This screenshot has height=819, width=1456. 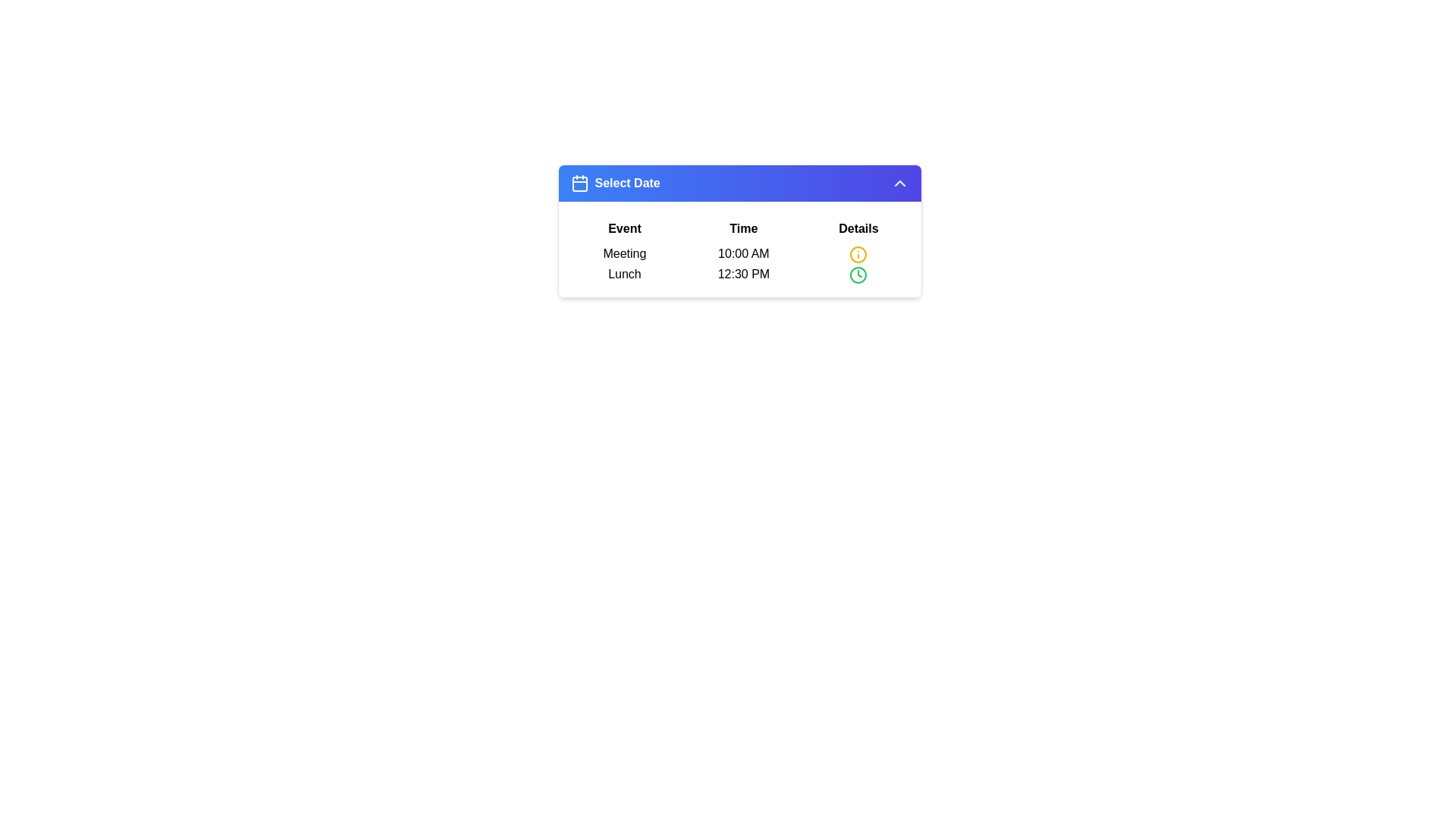 I want to click on the schedule table that displays events and their details, so click(x=739, y=248).